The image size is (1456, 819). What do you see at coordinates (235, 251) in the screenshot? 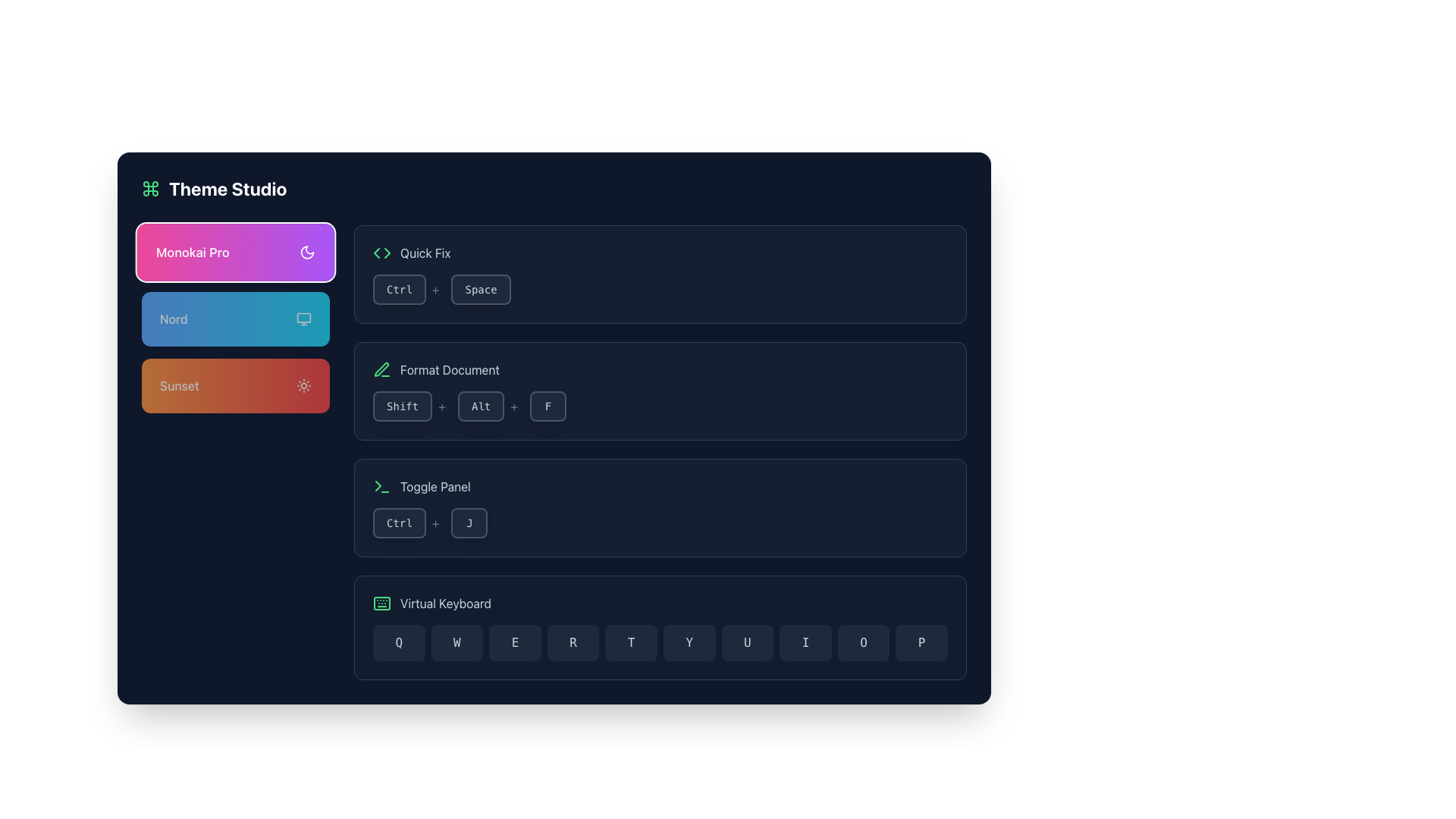
I see `the 'Monokai Pro' theme button located at the top of the theme options list in the left sidebar` at bounding box center [235, 251].